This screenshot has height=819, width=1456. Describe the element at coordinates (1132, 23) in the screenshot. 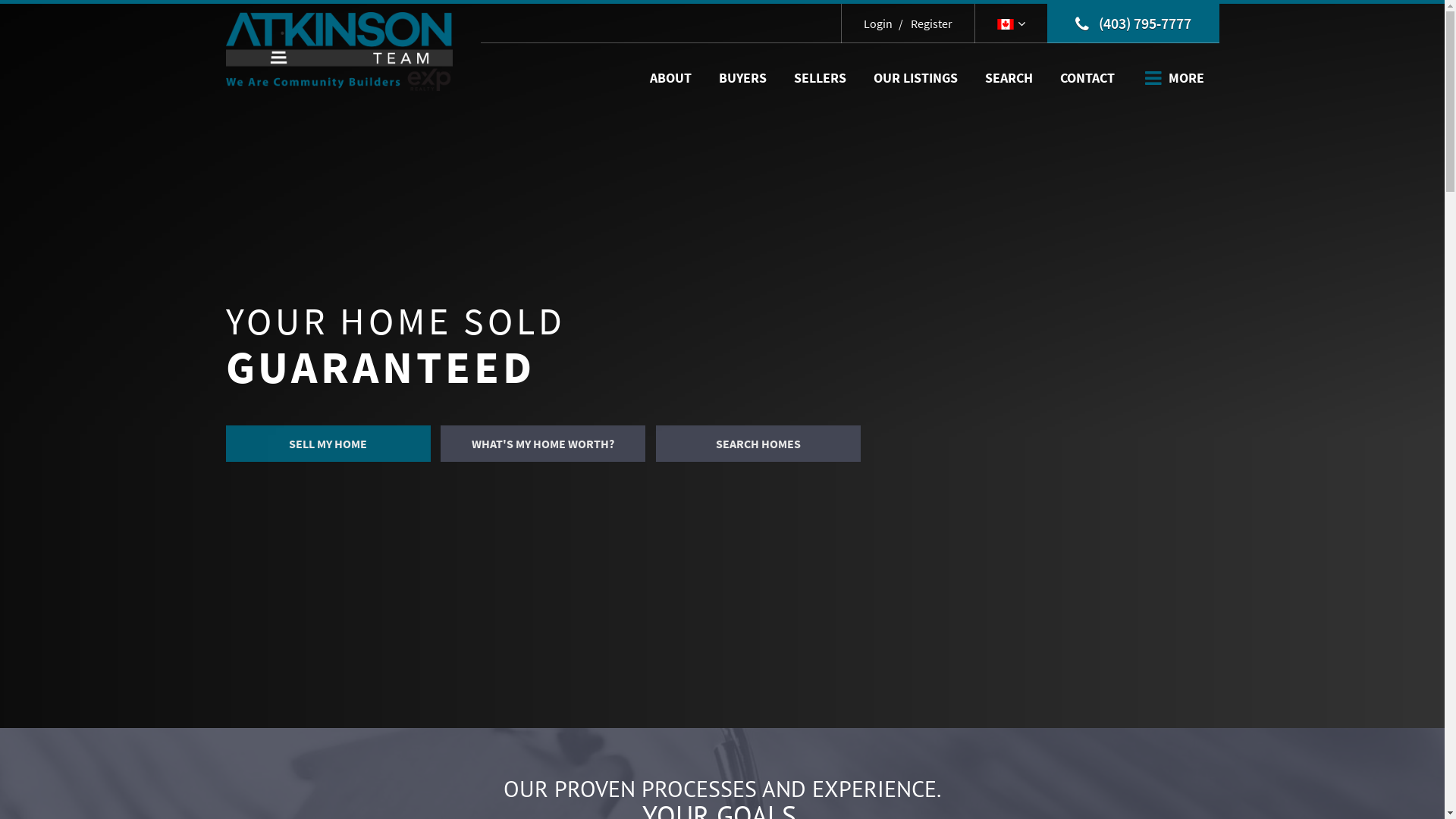

I see `'(403) 795-7777'` at that location.